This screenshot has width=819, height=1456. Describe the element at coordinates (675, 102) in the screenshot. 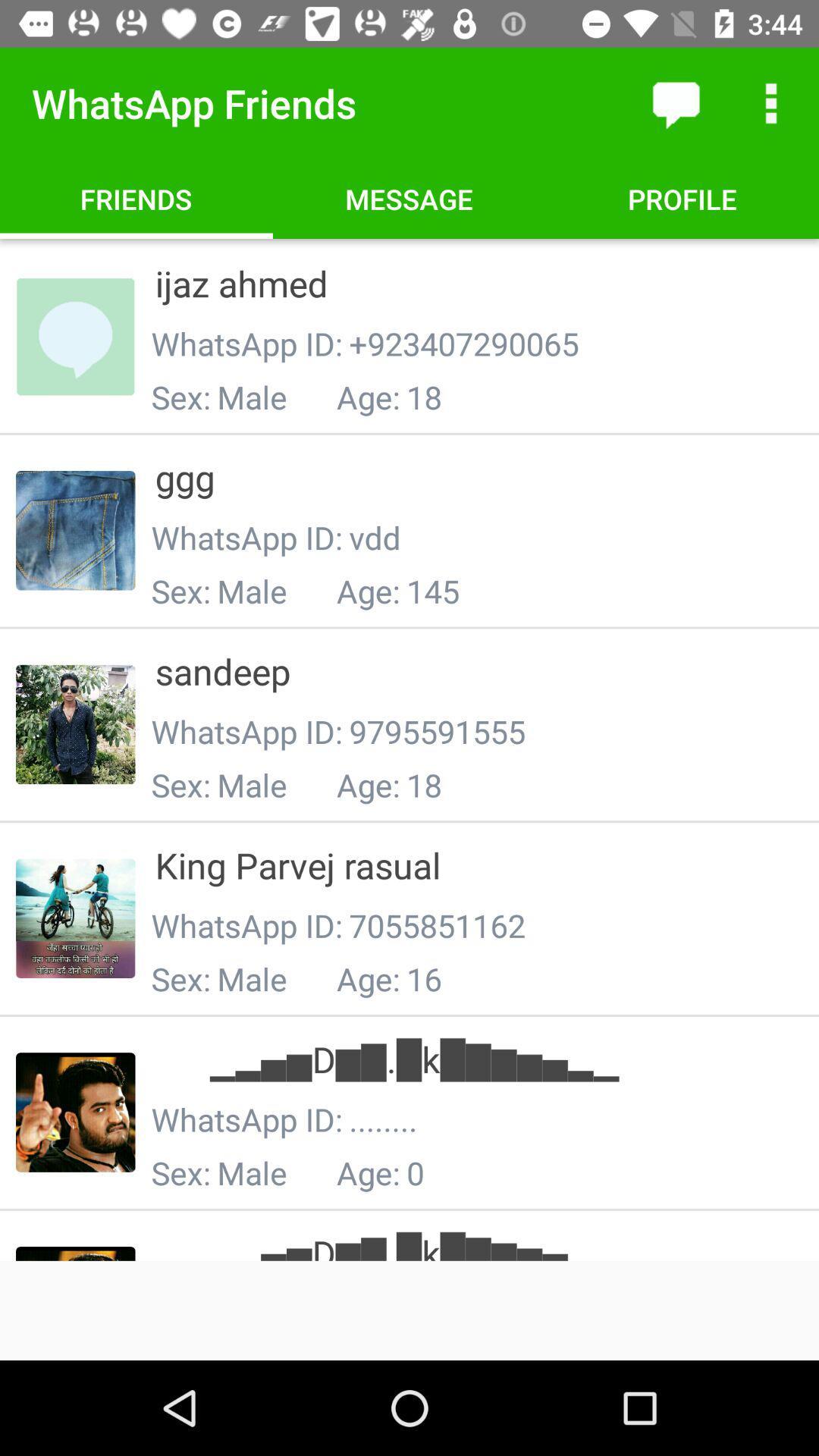

I see `the icon above profile icon` at that location.